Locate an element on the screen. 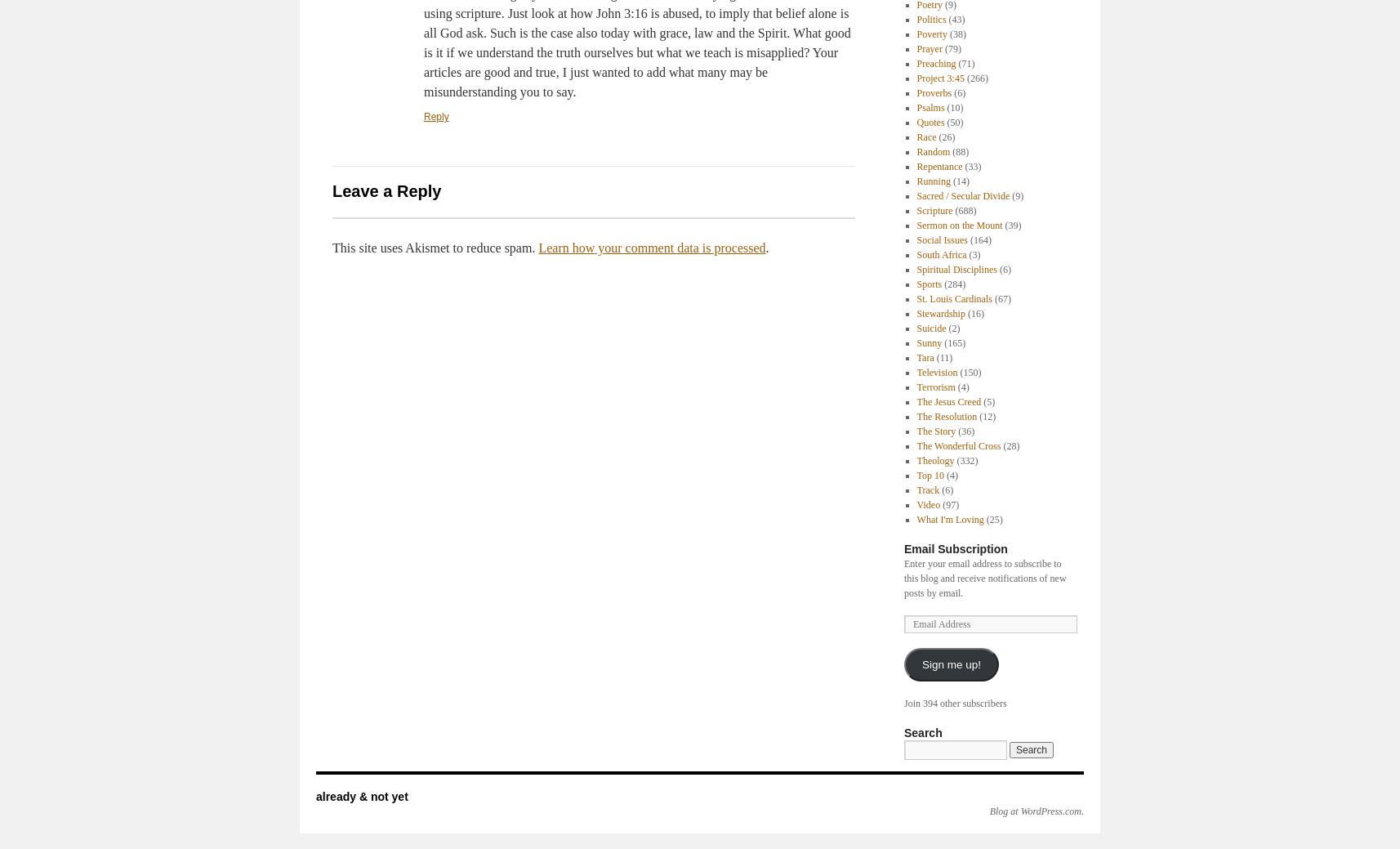 Image resolution: width=1400 pixels, height=849 pixels. 'Email Subscription' is located at coordinates (954, 549).